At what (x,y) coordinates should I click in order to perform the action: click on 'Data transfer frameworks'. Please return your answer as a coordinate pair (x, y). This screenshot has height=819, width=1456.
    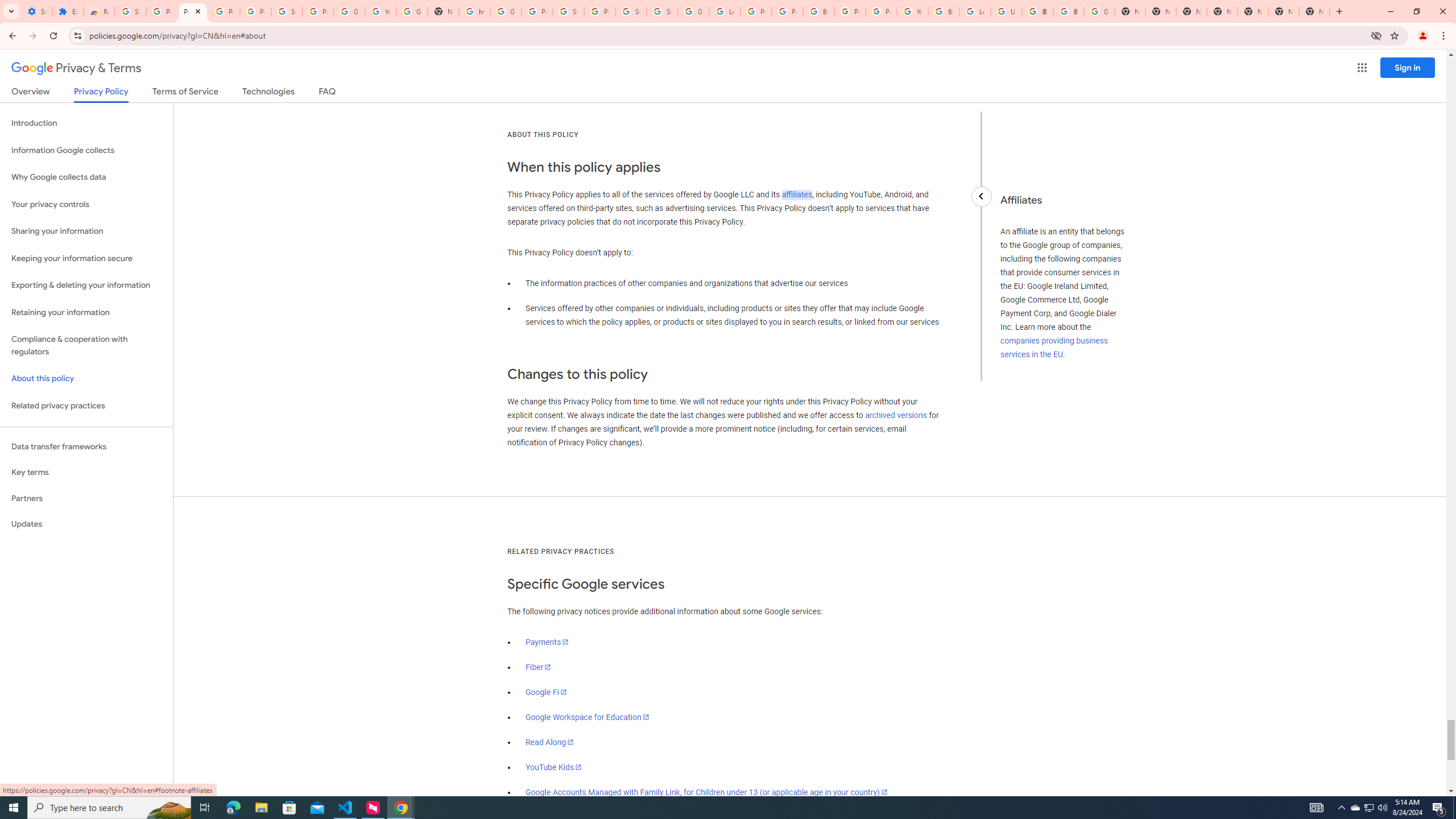
    Looking at the image, I should click on (86, 446).